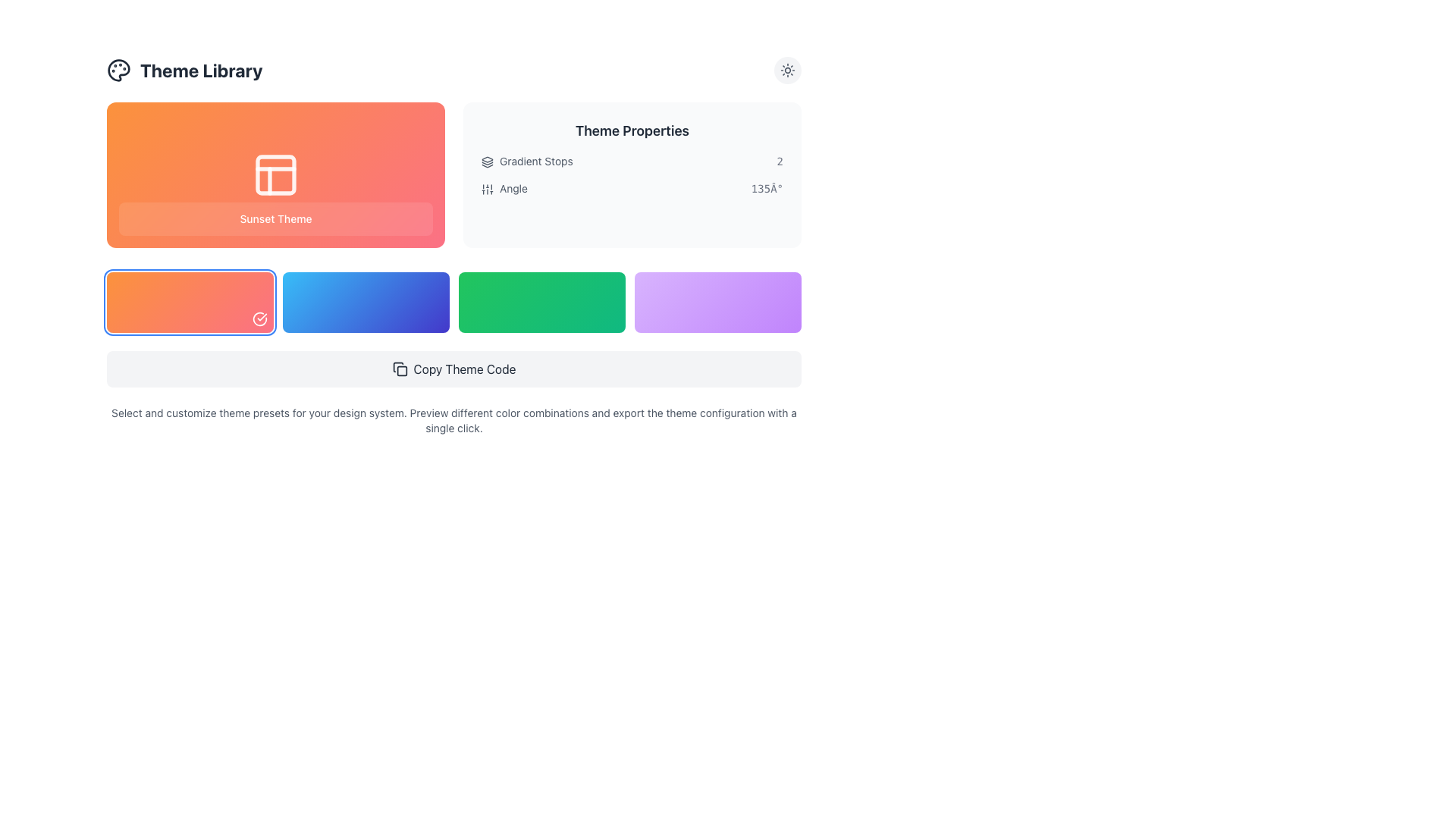 The width and height of the screenshot is (1456, 819). Describe the element at coordinates (200, 70) in the screenshot. I see `the text element that contains the bold text 'Theme Library', which is styled in a large font size and located at the top of the interface` at that location.